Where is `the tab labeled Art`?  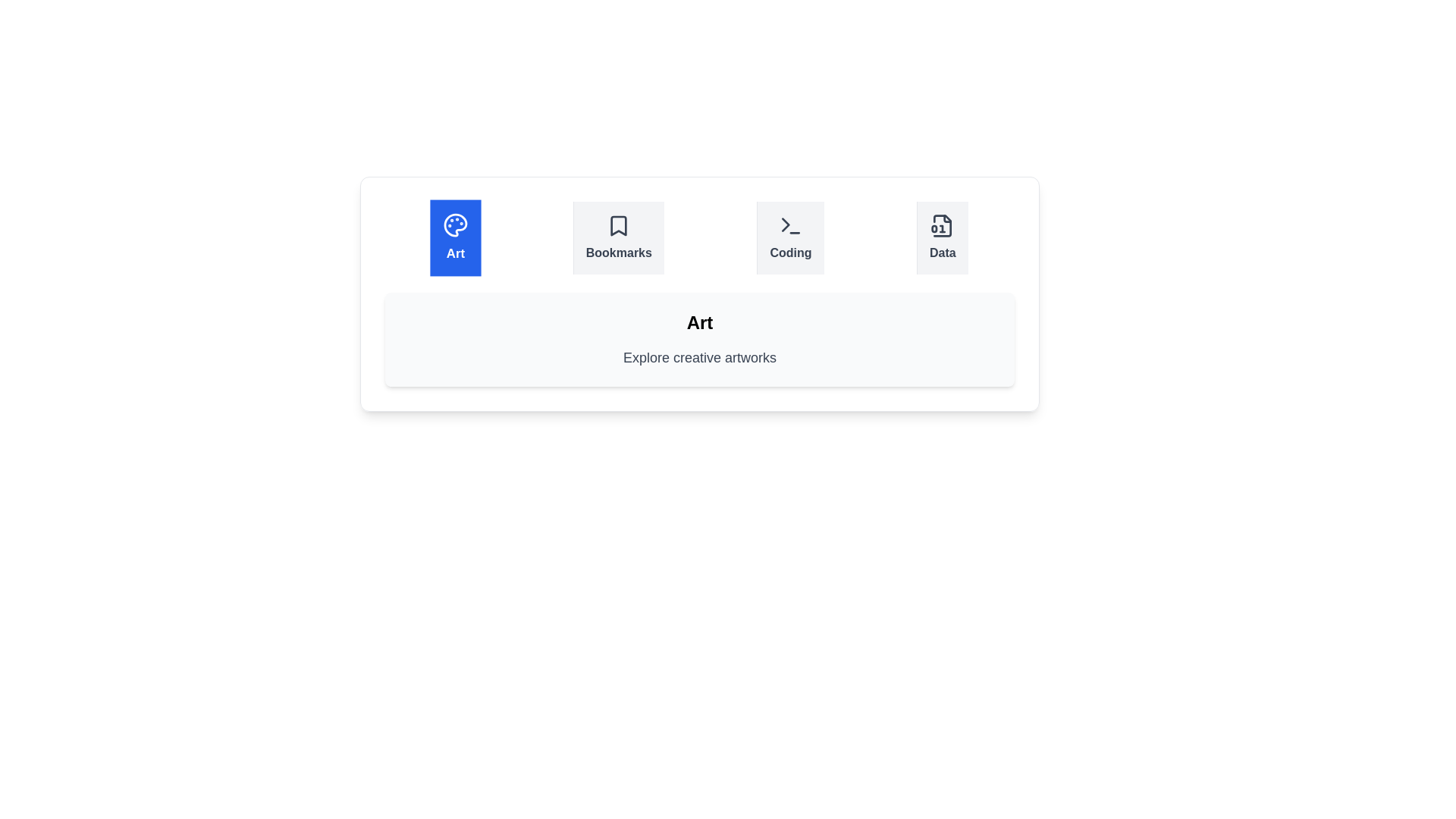
the tab labeled Art is located at coordinates (454, 237).